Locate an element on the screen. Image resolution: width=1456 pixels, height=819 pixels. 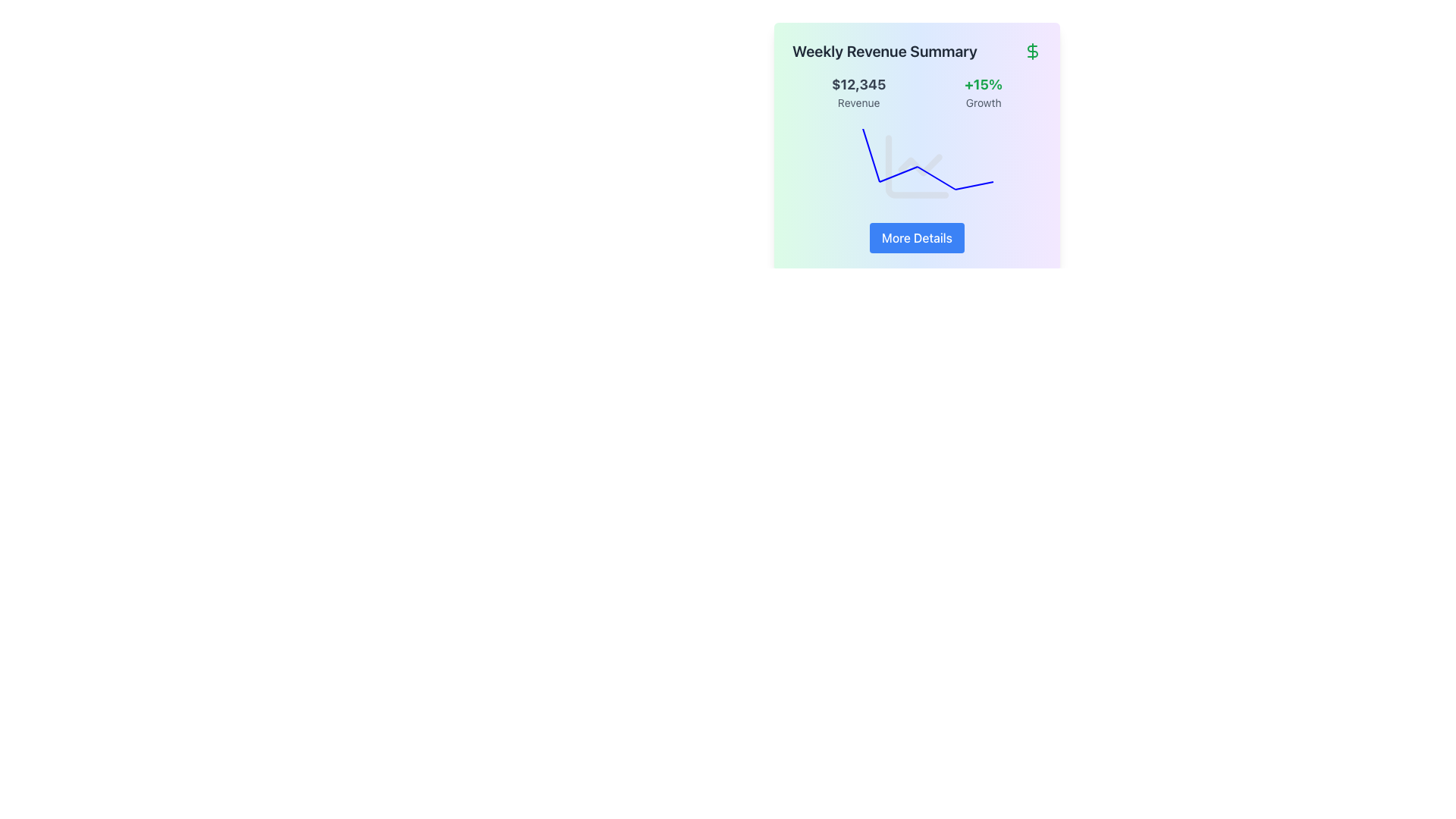
the Informational Display Component that shows the current revenue and growth percentage, located below the 'Weekly Revenue Summary' title is located at coordinates (916, 93).